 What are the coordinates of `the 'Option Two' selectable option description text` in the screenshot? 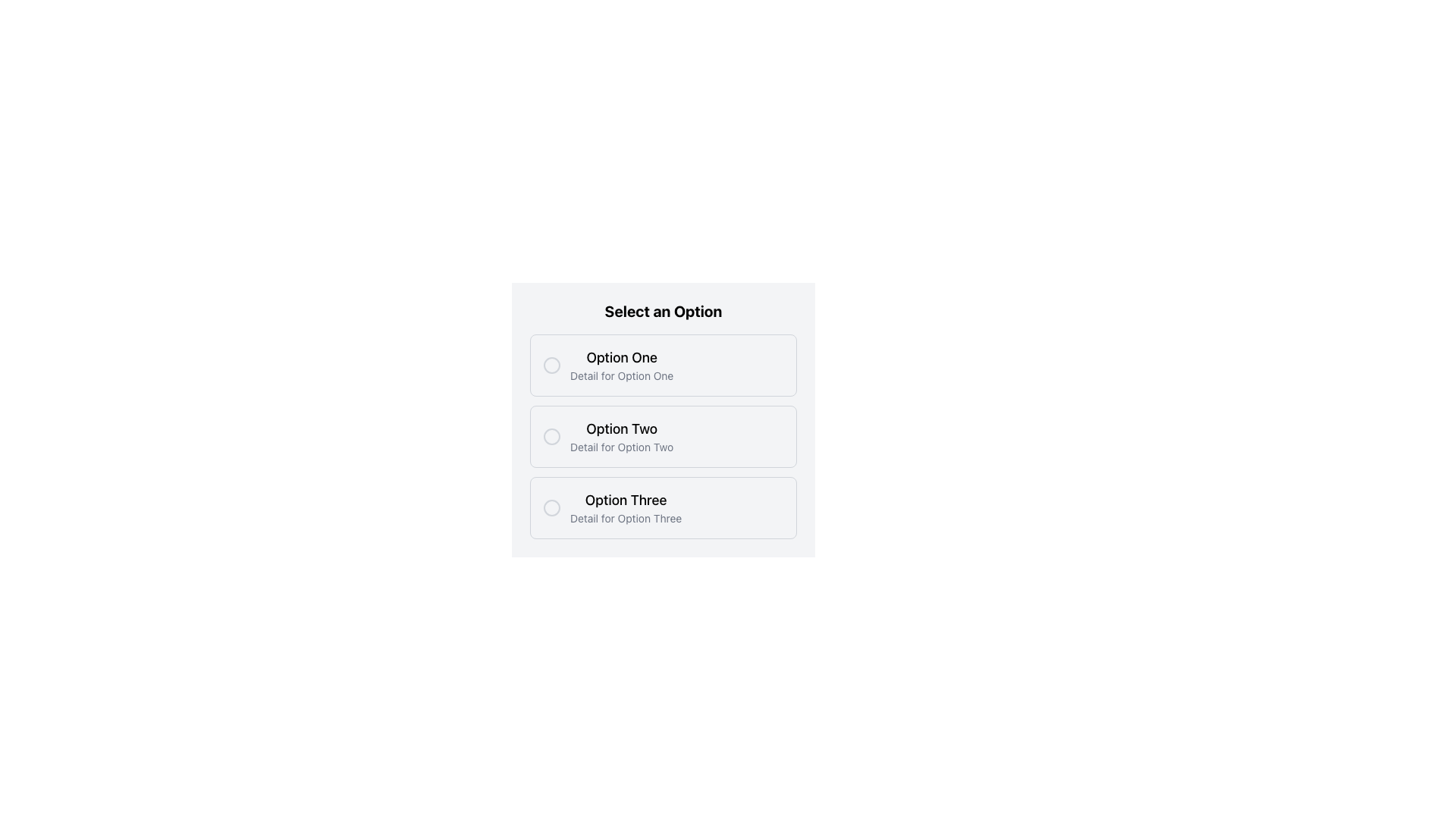 It's located at (622, 436).